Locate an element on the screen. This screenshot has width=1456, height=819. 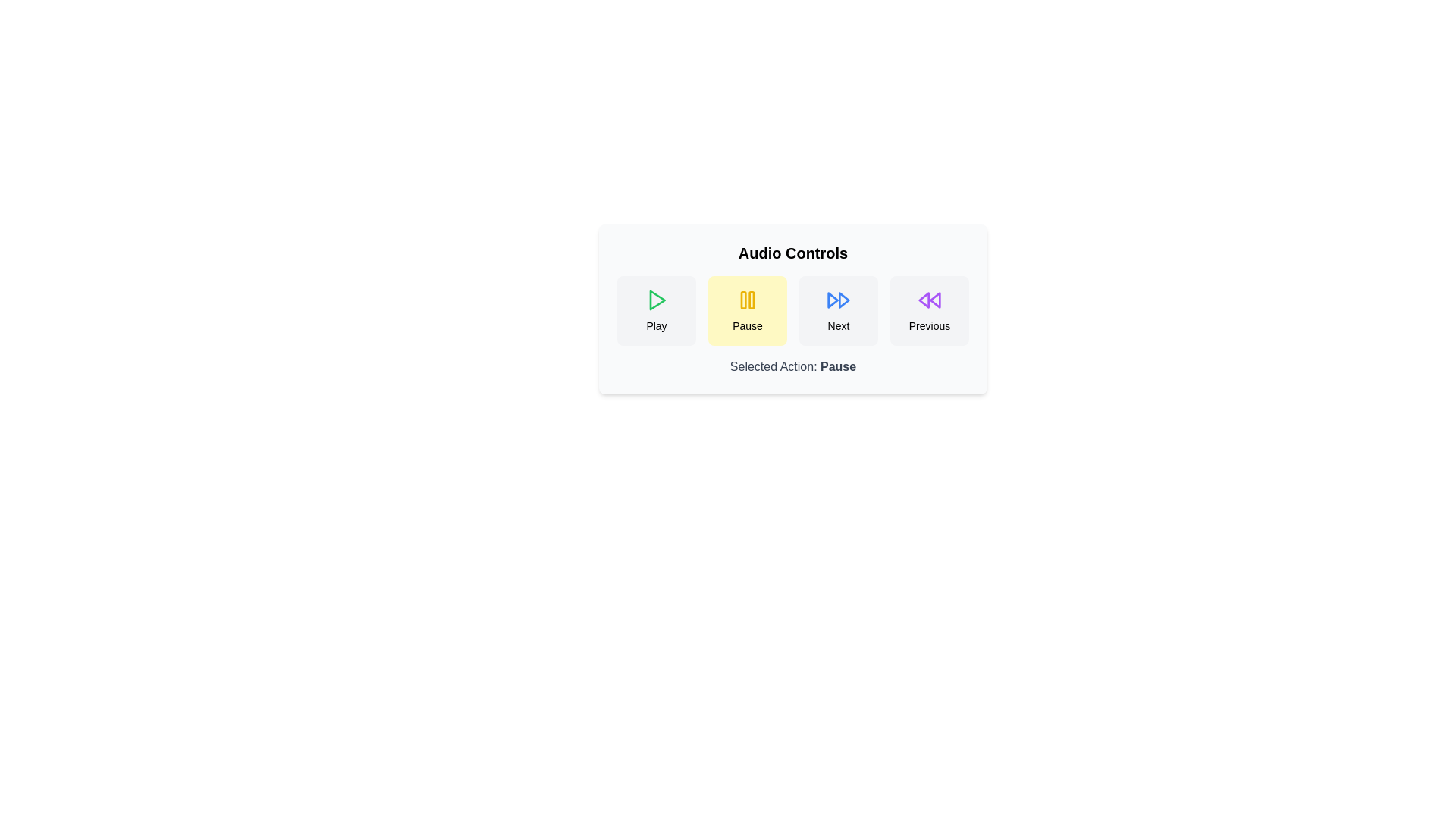
the Next button to observe the hover effect is located at coordinates (837, 309).